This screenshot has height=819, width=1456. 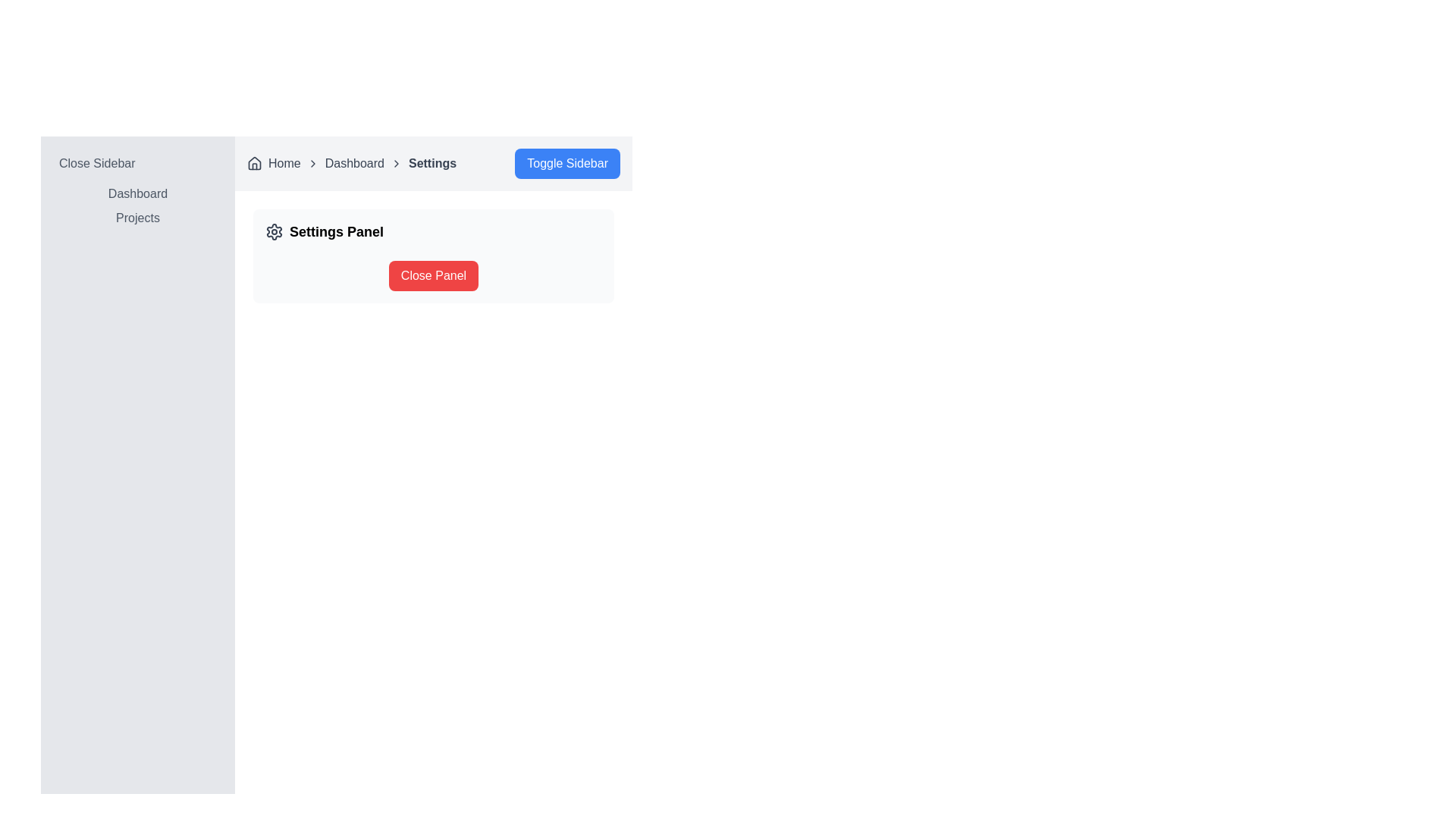 What do you see at coordinates (432, 256) in the screenshot?
I see `the 'Close Panel' button on the Settings Panel, which is a rectangular panel with a light gray background and rounded corners, containing a header labeled 'Settings Panel' and a red button below it` at bounding box center [432, 256].